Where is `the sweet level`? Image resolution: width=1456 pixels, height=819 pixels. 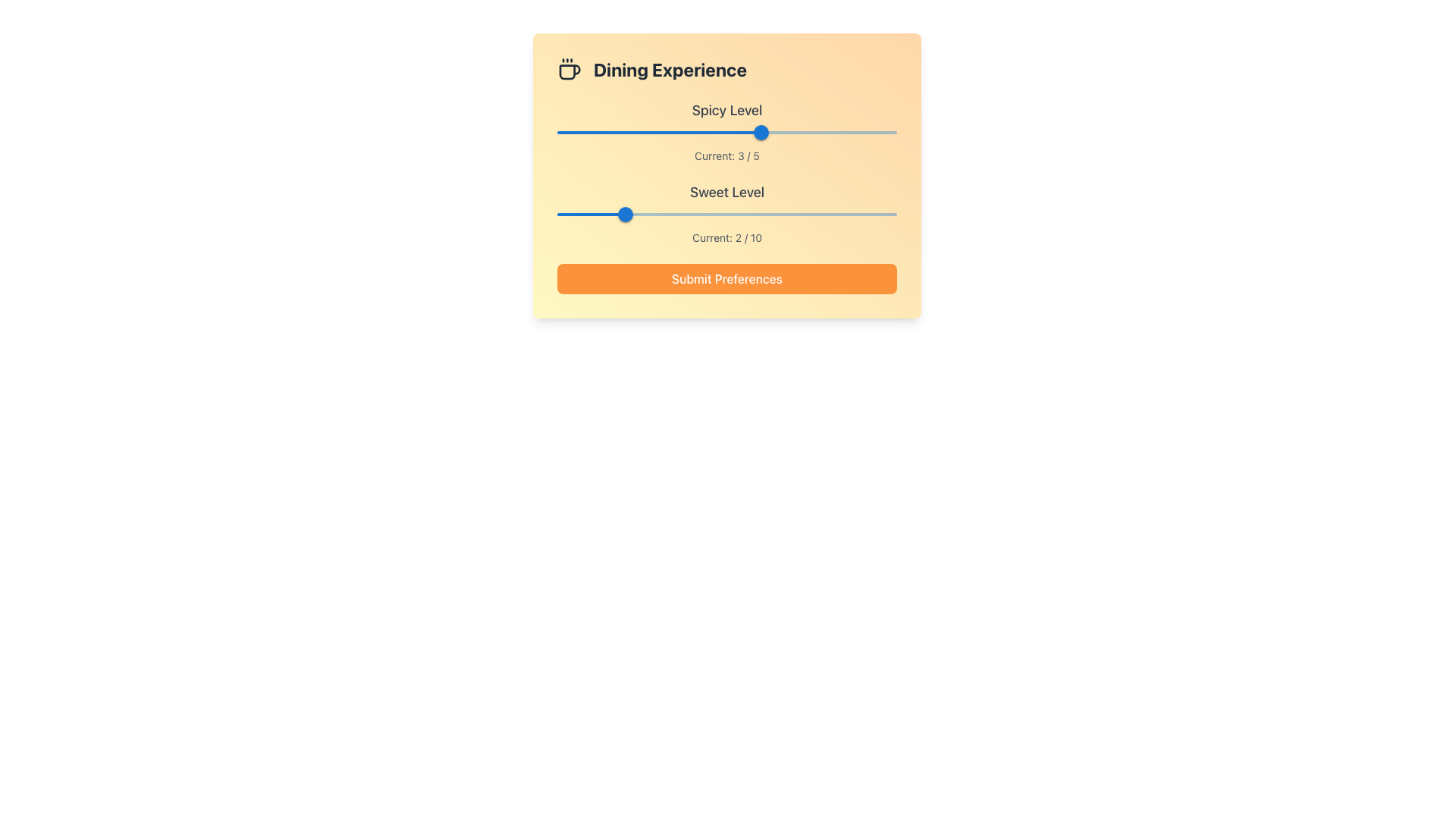
the sweet level is located at coordinates (859, 214).